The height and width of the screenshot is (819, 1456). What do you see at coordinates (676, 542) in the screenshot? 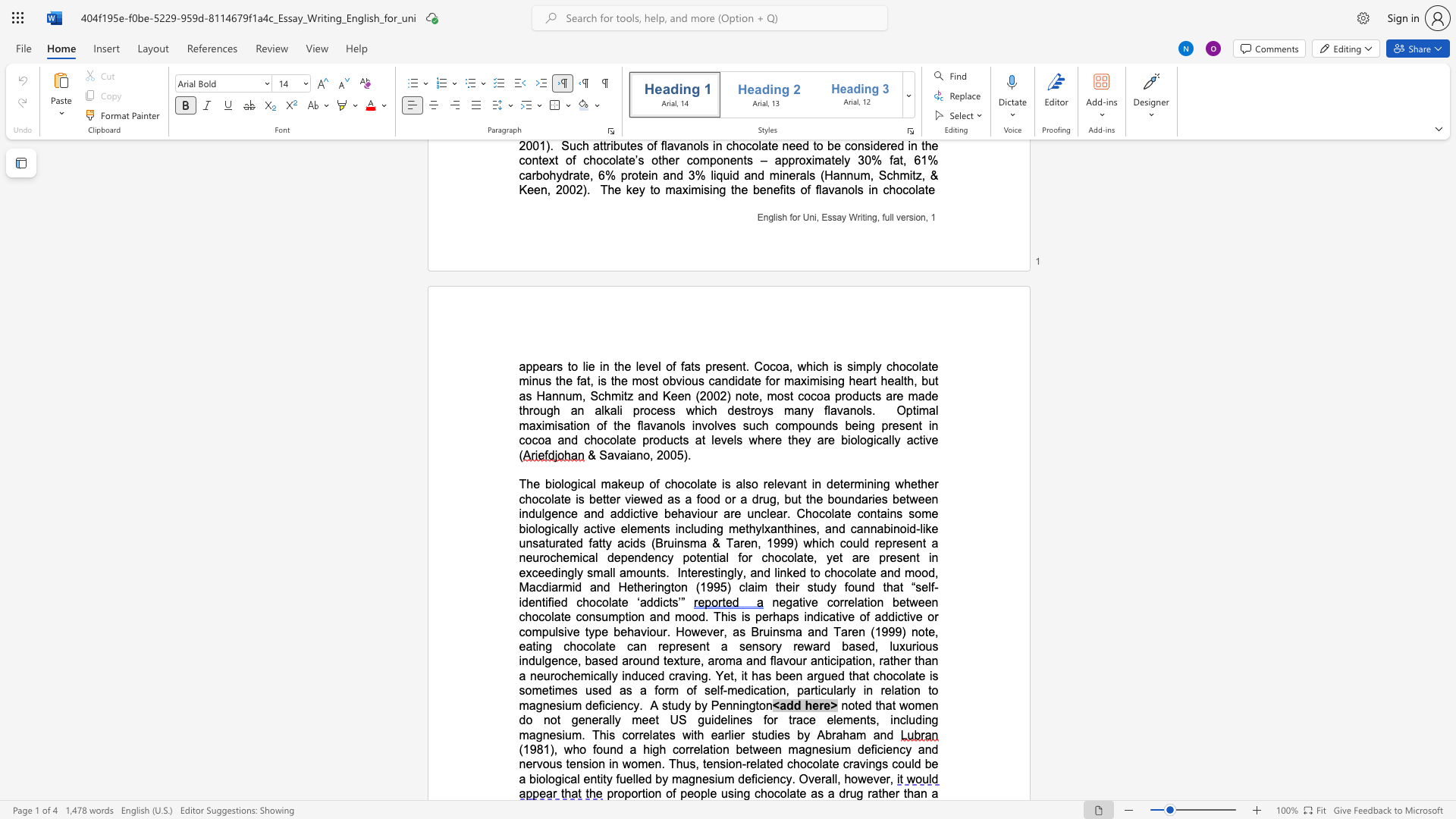
I see `the subset text "nsma & Taren" within the text "some biologically active elements including methylxanthines, and cannabinoid-like unsaturated fatty acids (Bruinsma & Taren, 1999) which could"` at bounding box center [676, 542].